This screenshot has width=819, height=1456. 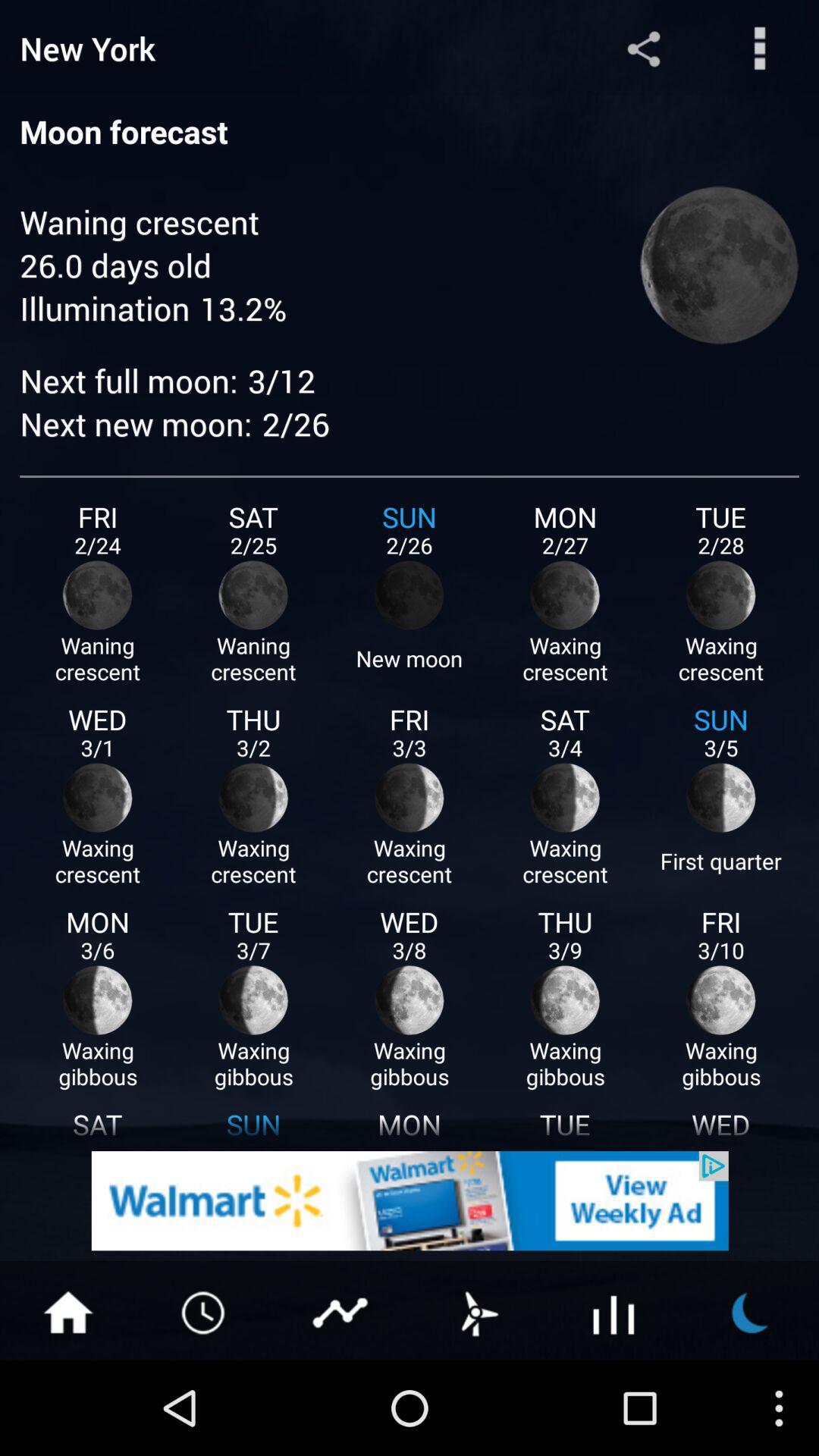 What do you see at coordinates (409, 1200) in the screenshot?
I see `go walmart` at bounding box center [409, 1200].